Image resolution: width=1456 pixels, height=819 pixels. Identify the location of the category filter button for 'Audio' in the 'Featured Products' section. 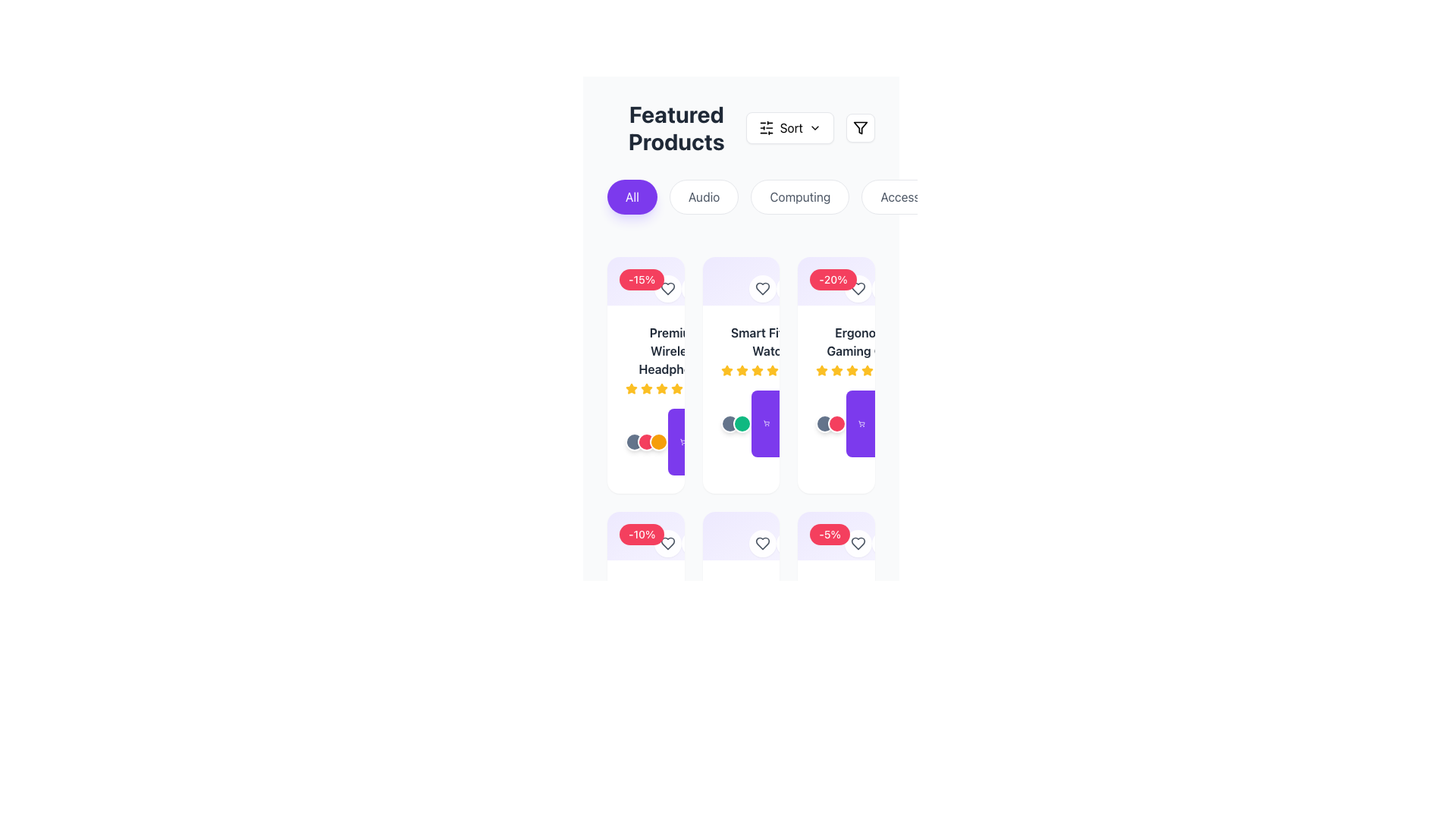
(703, 196).